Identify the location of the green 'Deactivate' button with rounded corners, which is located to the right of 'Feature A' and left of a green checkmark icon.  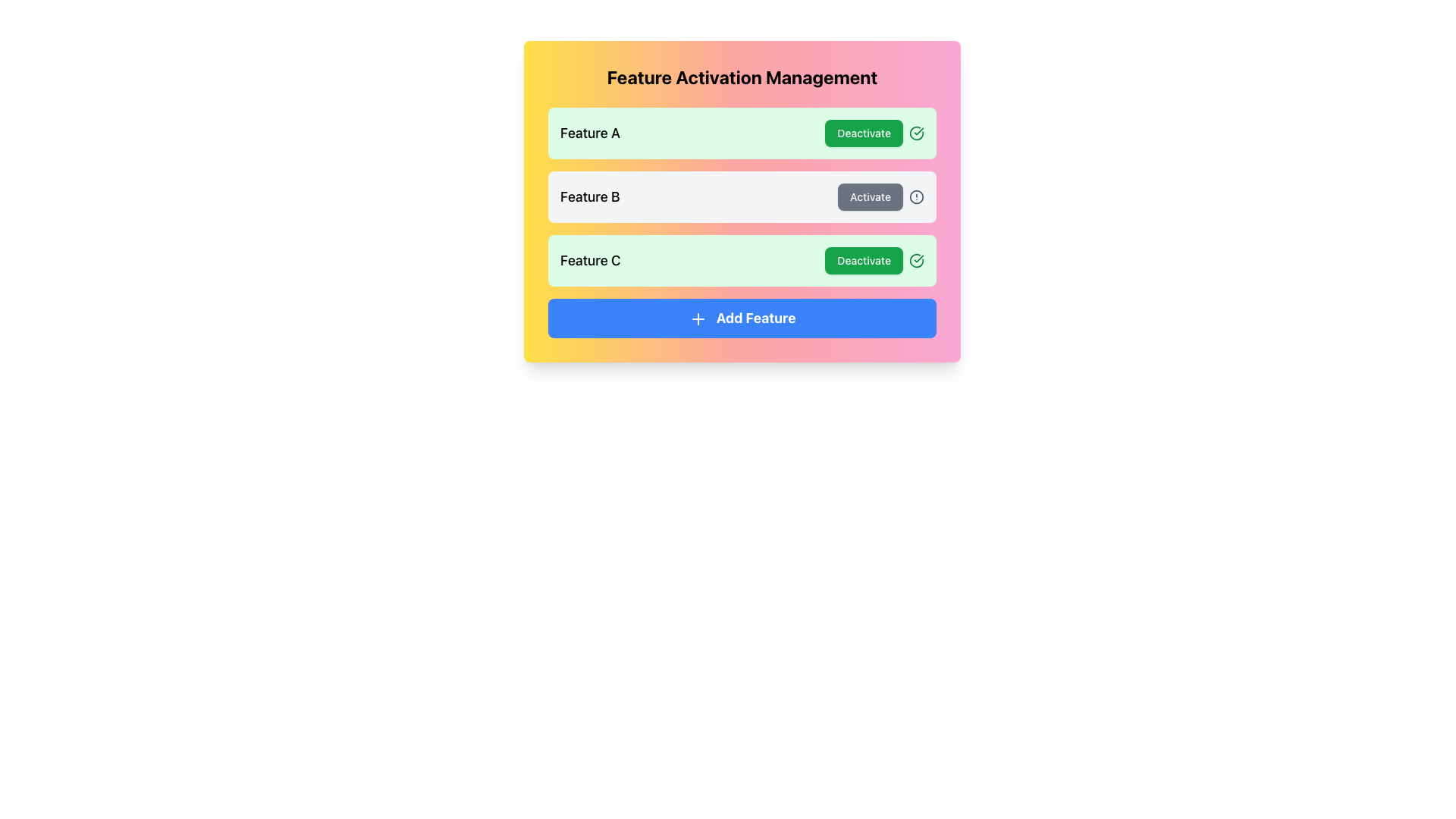
(864, 133).